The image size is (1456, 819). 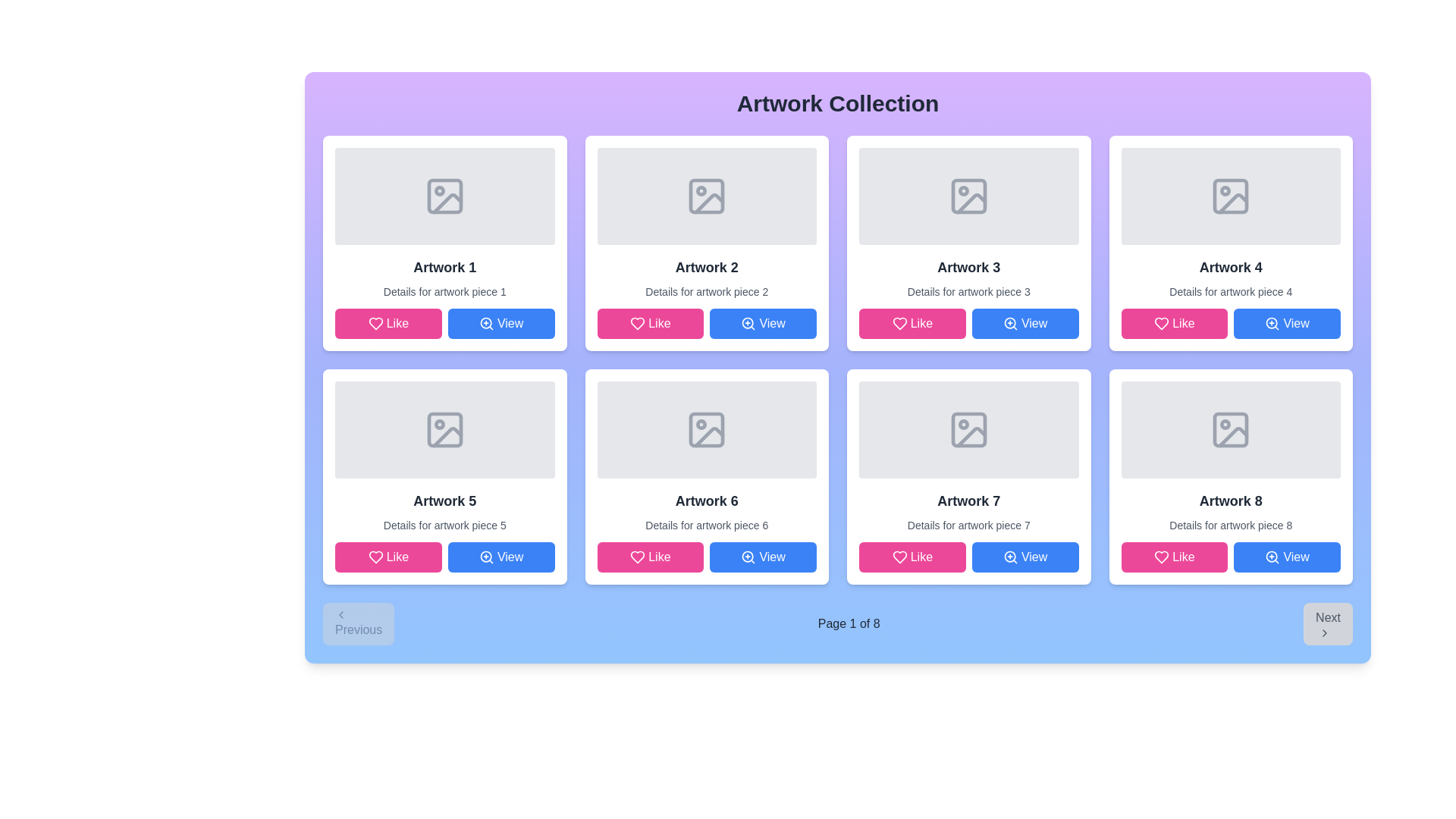 What do you see at coordinates (501, 323) in the screenshot?
I see `the rectangular blue button with white text 'View' and a magnifying glass icon to observe its hover effects` at bounding box center [501, 323].